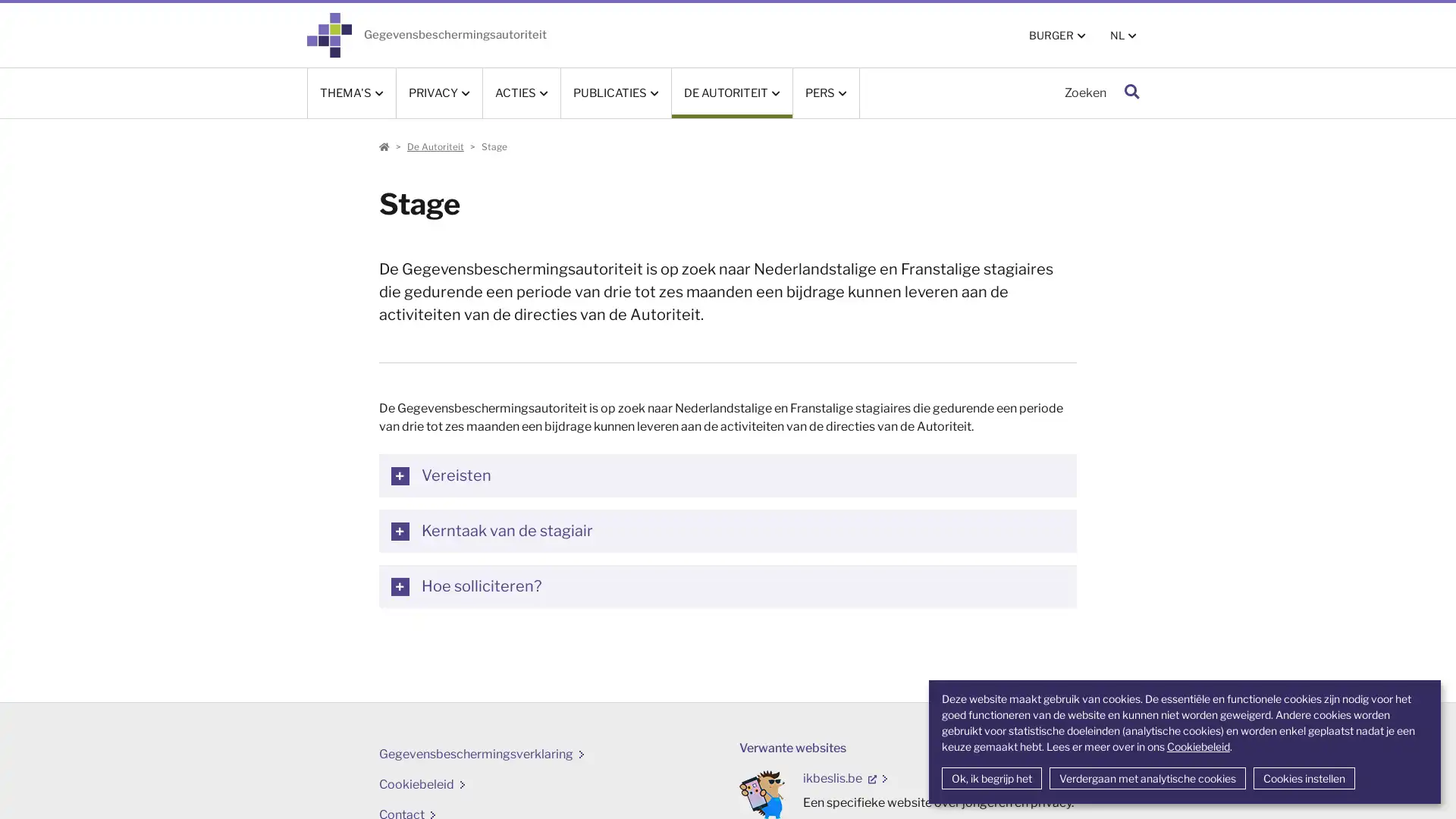 Image resolution: width=1456 pixels, height=819 pixels. I want to click on Zoeken, so click(1131, 93).